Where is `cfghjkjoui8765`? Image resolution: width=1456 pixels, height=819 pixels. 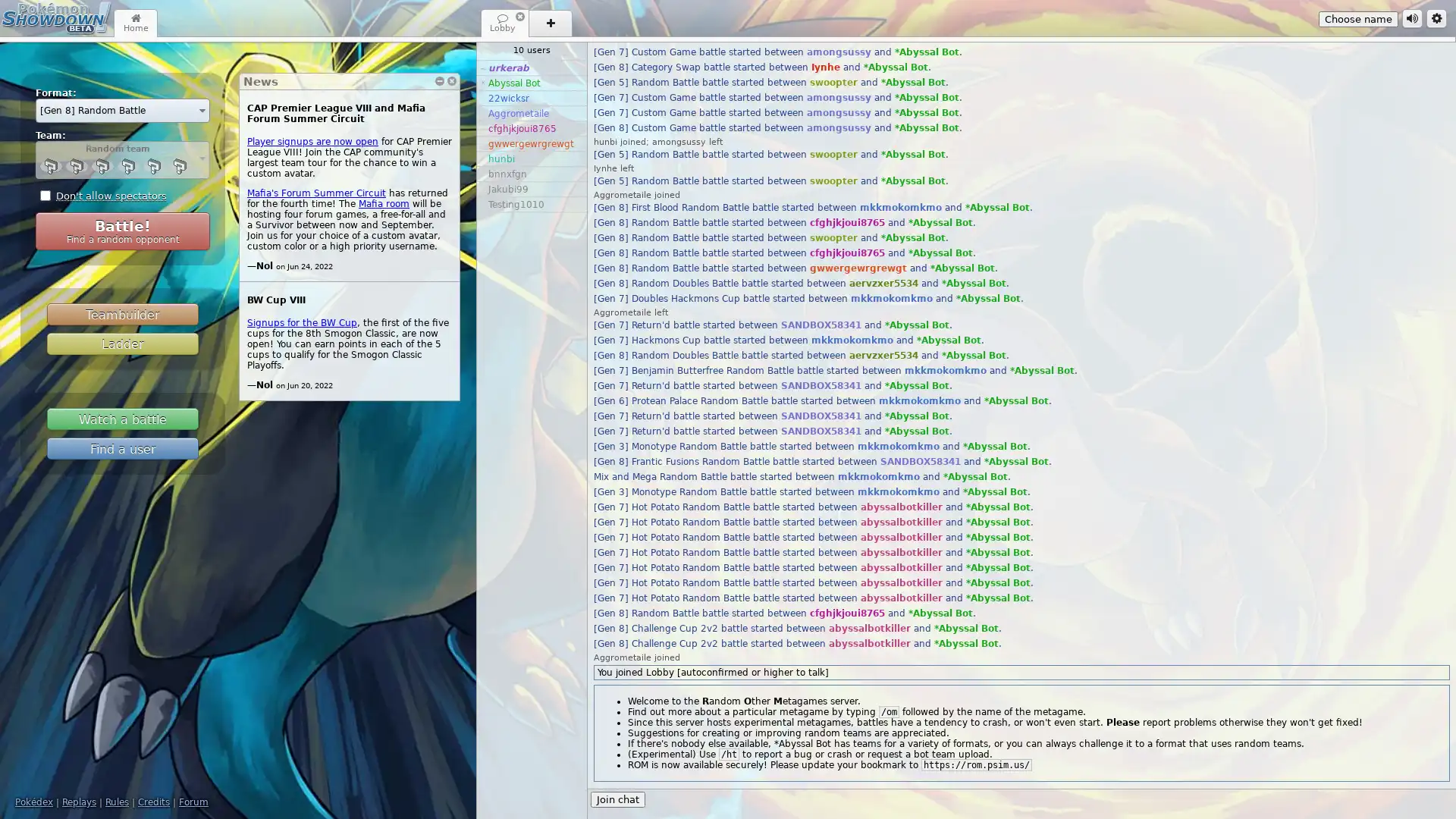 cfghjkjoui8765 is located at coordinates (532, 127).